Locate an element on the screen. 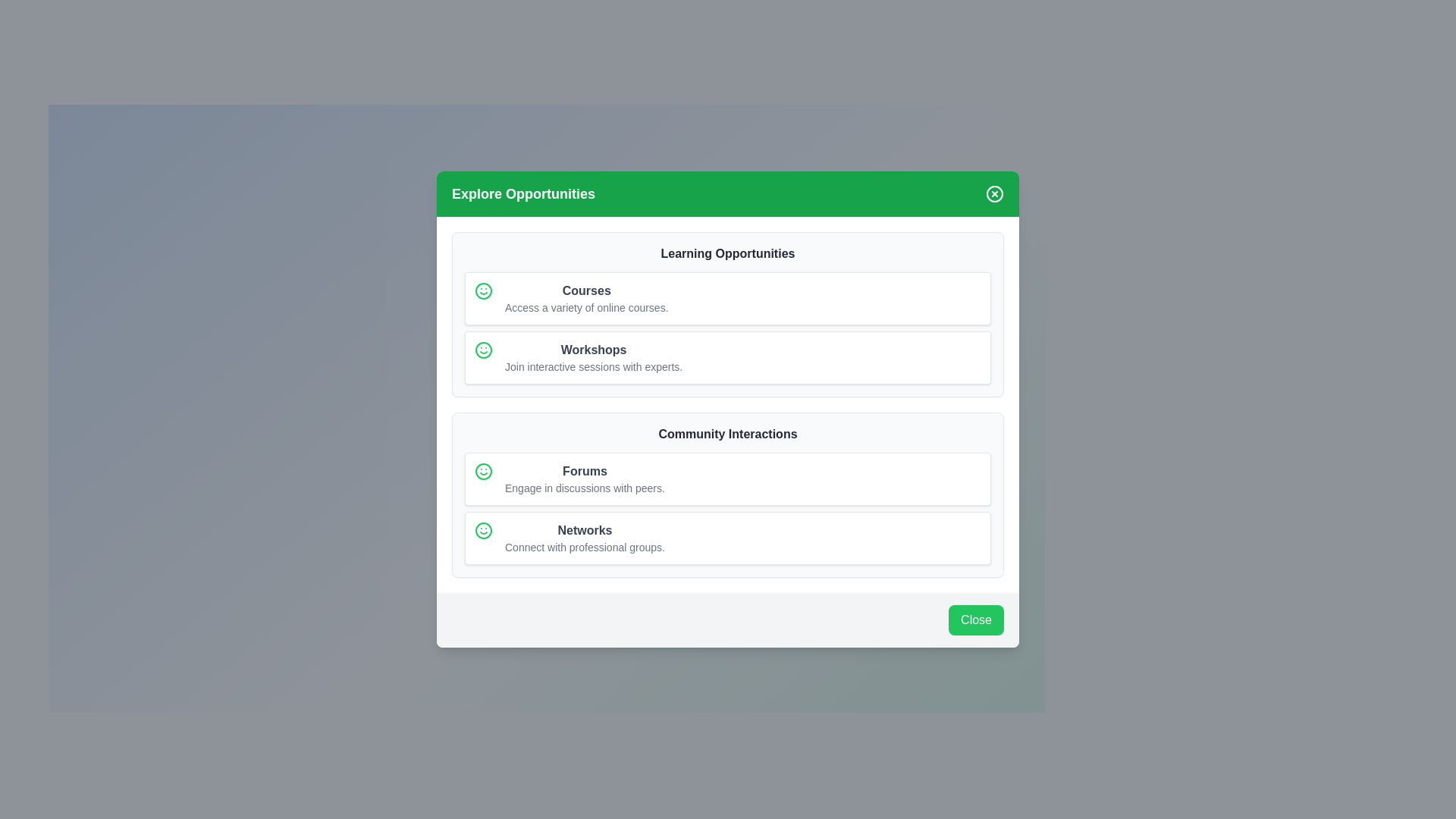  the Informative Card located in the 'Community Interactions' section, which is the first card above the 'Networks' card is located at coordinates (728, 479).